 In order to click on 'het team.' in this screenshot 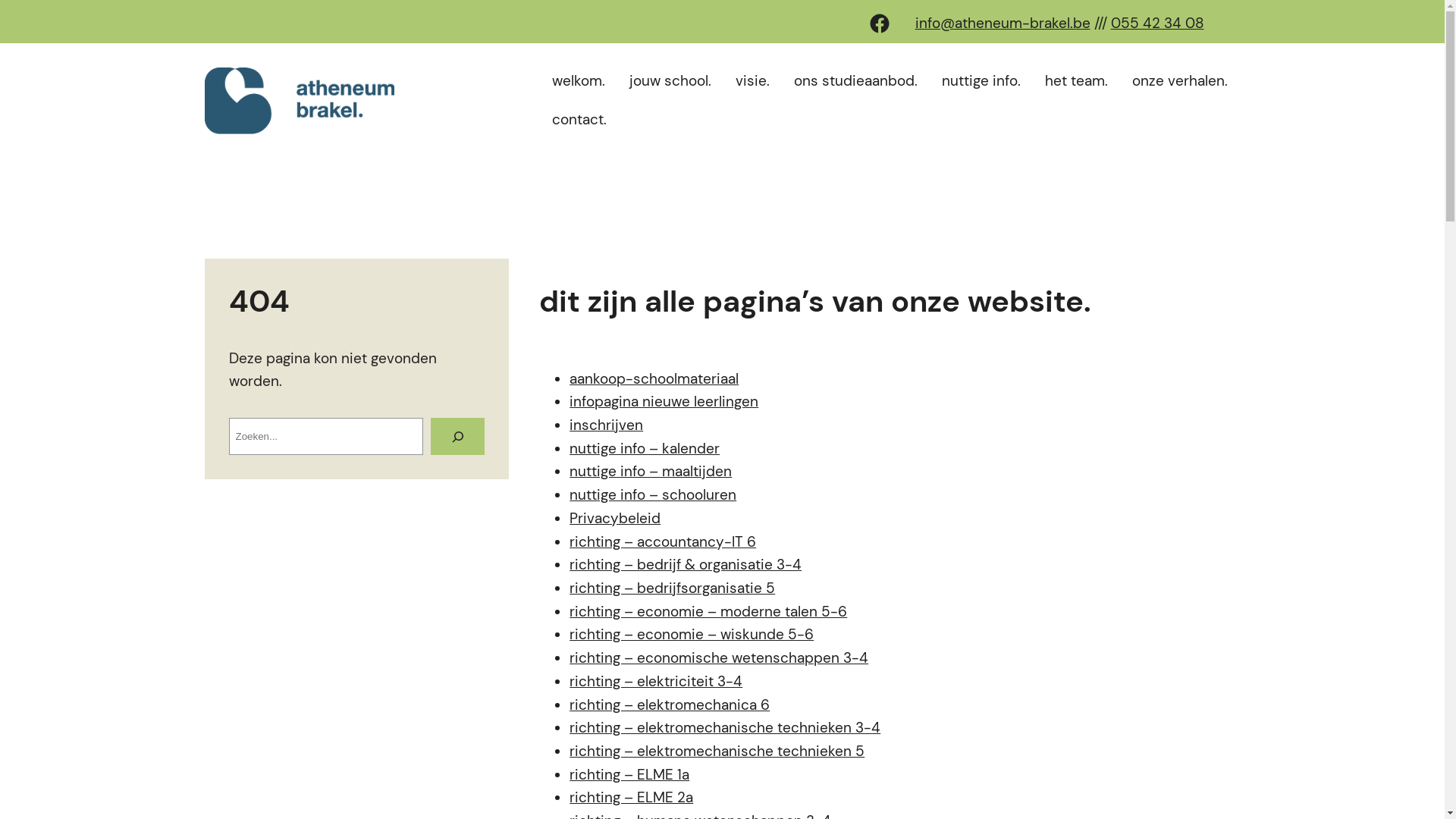, I will do `click(1075, 81)`.